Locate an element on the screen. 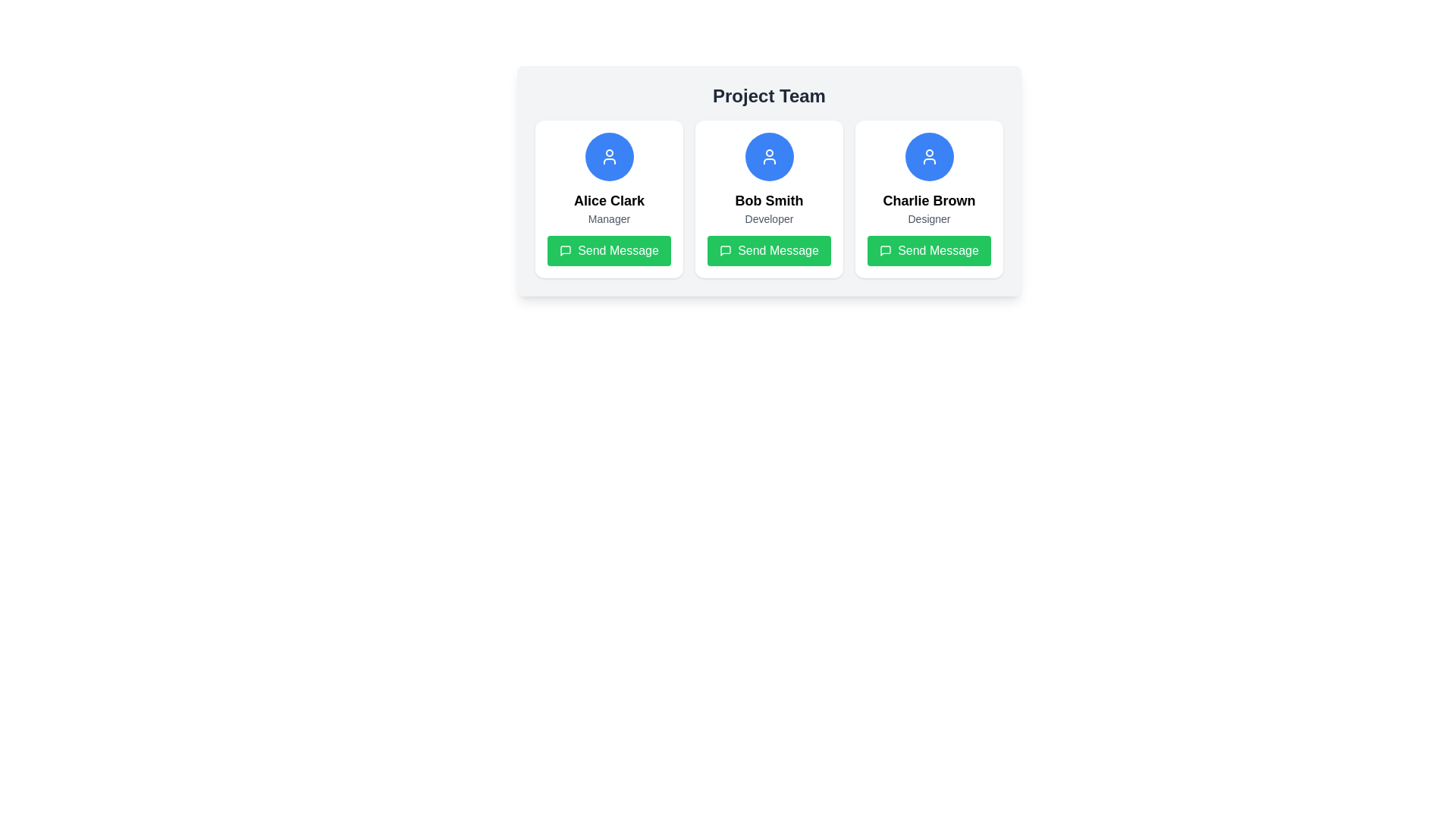 The image size is (1456, 819). the 'Send Message' button located below the name 'Alice Clark', who is labeled as 'Manager', in the first profile card on the left is located at coordinates (609, 250).